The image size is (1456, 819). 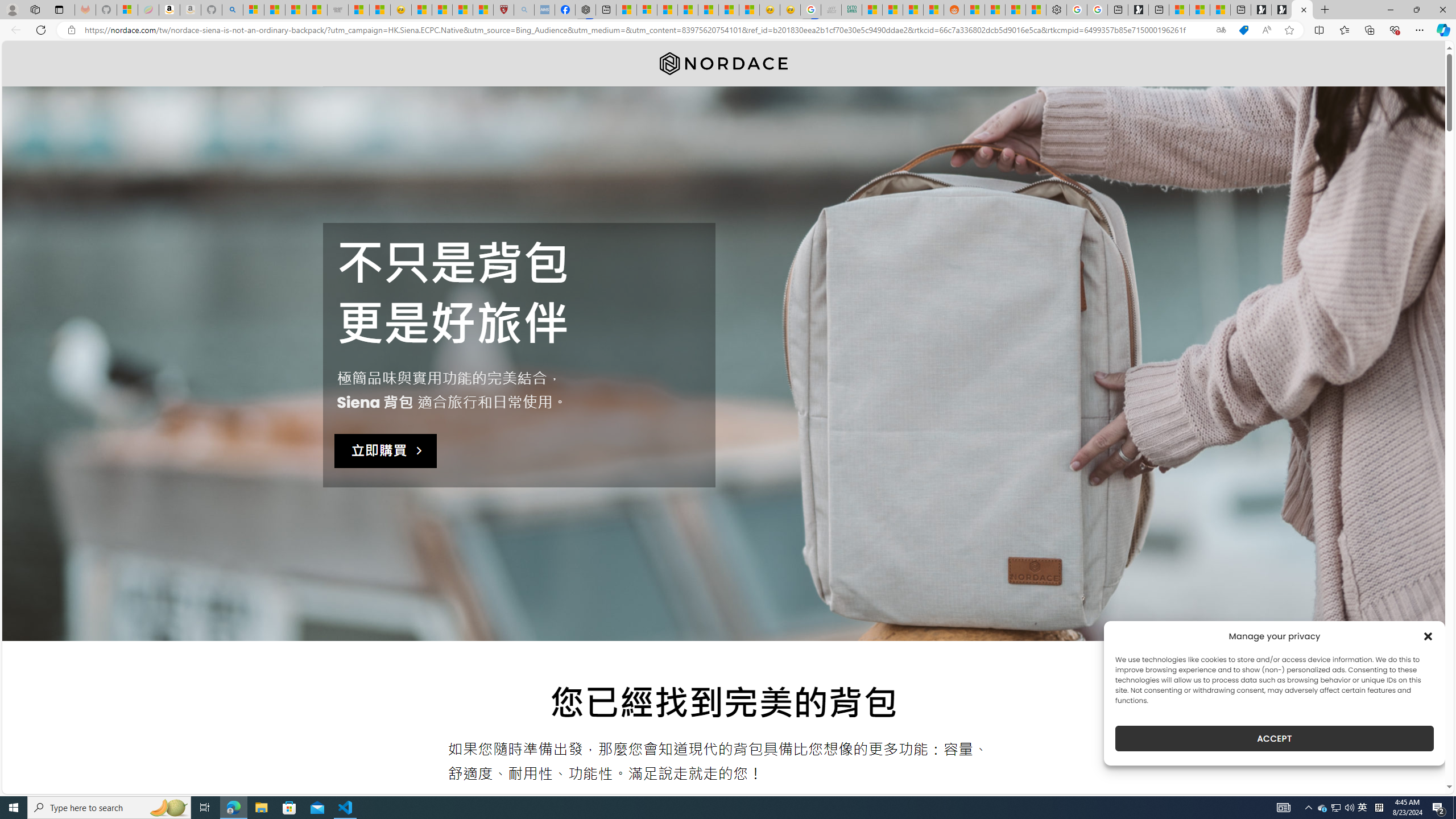 What do you see at coordinates (708, 9) in the screenshot?
I see `'Fitness - MSN'` at bounding box center [708, 9].